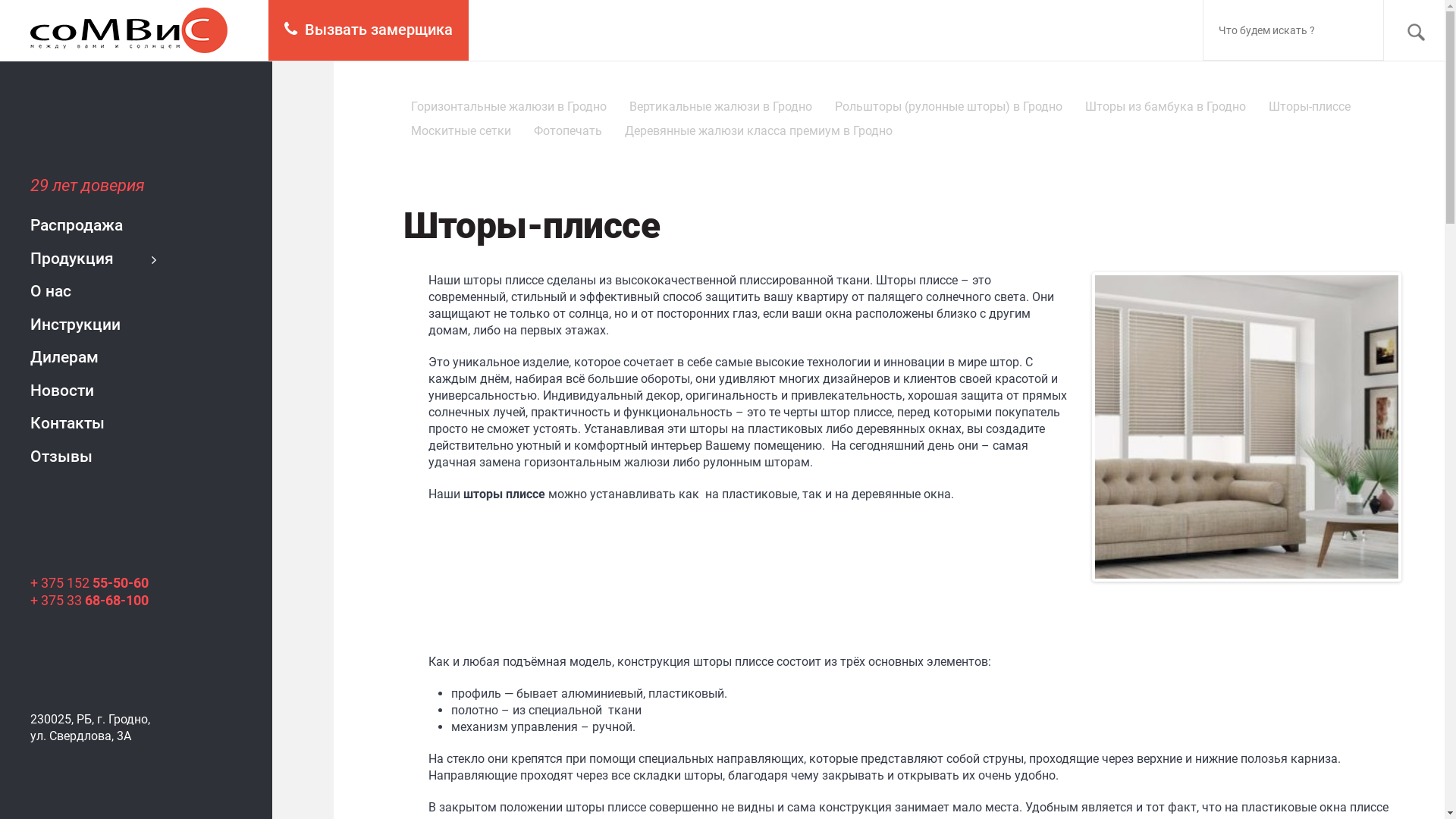 This screenshot has height=819, width=1456. What do you see at coordinates (1246, 427) in the screenshot?
I see `'8e9b085342119ca798ae7dcf298af4248c'` at bounding box center [1246, 427].